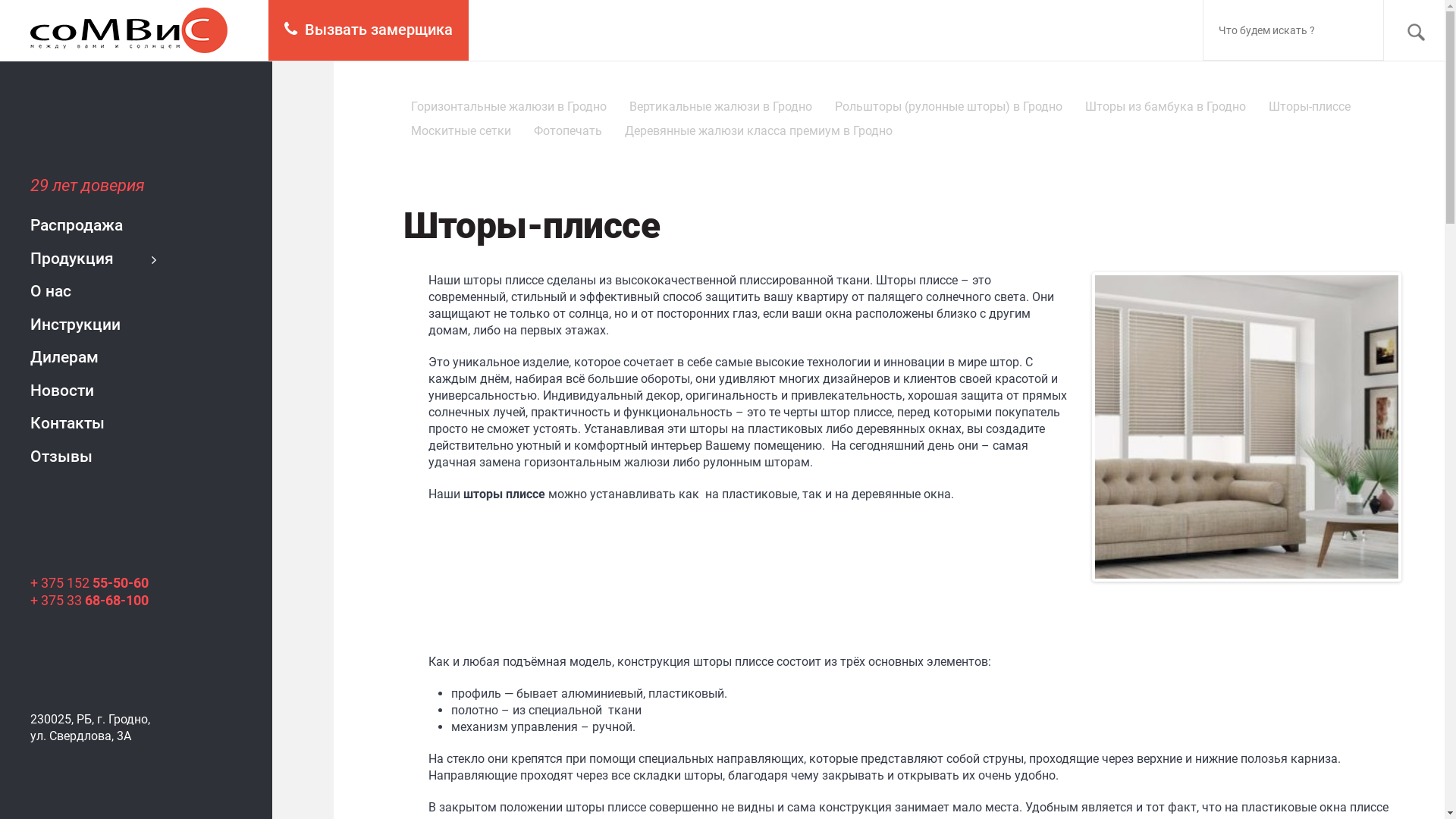 This screenshot has height=819, width=1456. What do you see at coordinates (1246, 427) in the screenshot?
I see `'8e9b085342119ca798ae7dcf298af4248c'` at bounding box center [1246, 427].